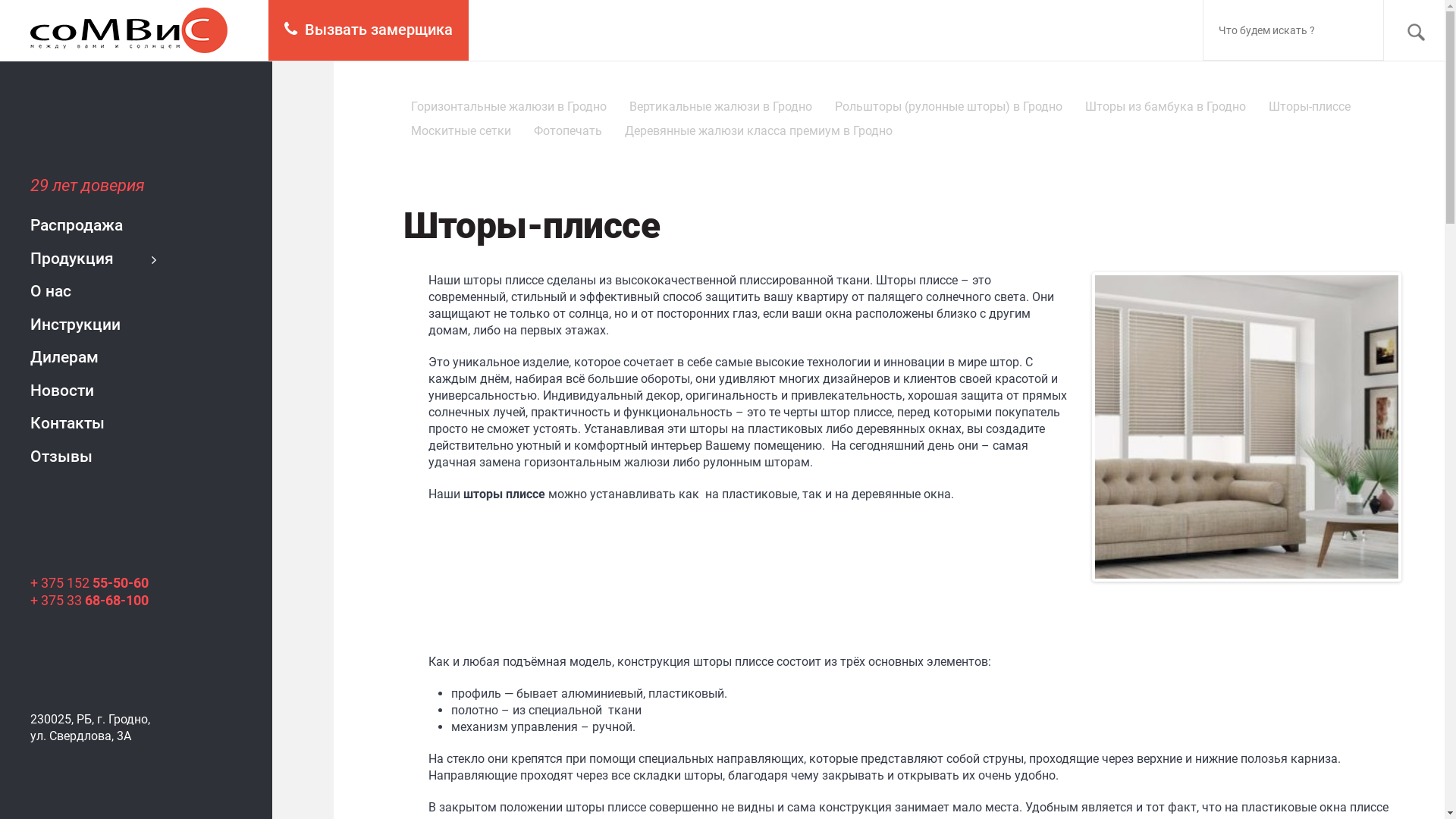 This screenshot has height=819, width=1456. What do you see at coordinates (1246, 427) in the screenshot?
I see `'8e9b085342119ca798ae7dcf298af4248c'` at bounding box center [1246, 427].